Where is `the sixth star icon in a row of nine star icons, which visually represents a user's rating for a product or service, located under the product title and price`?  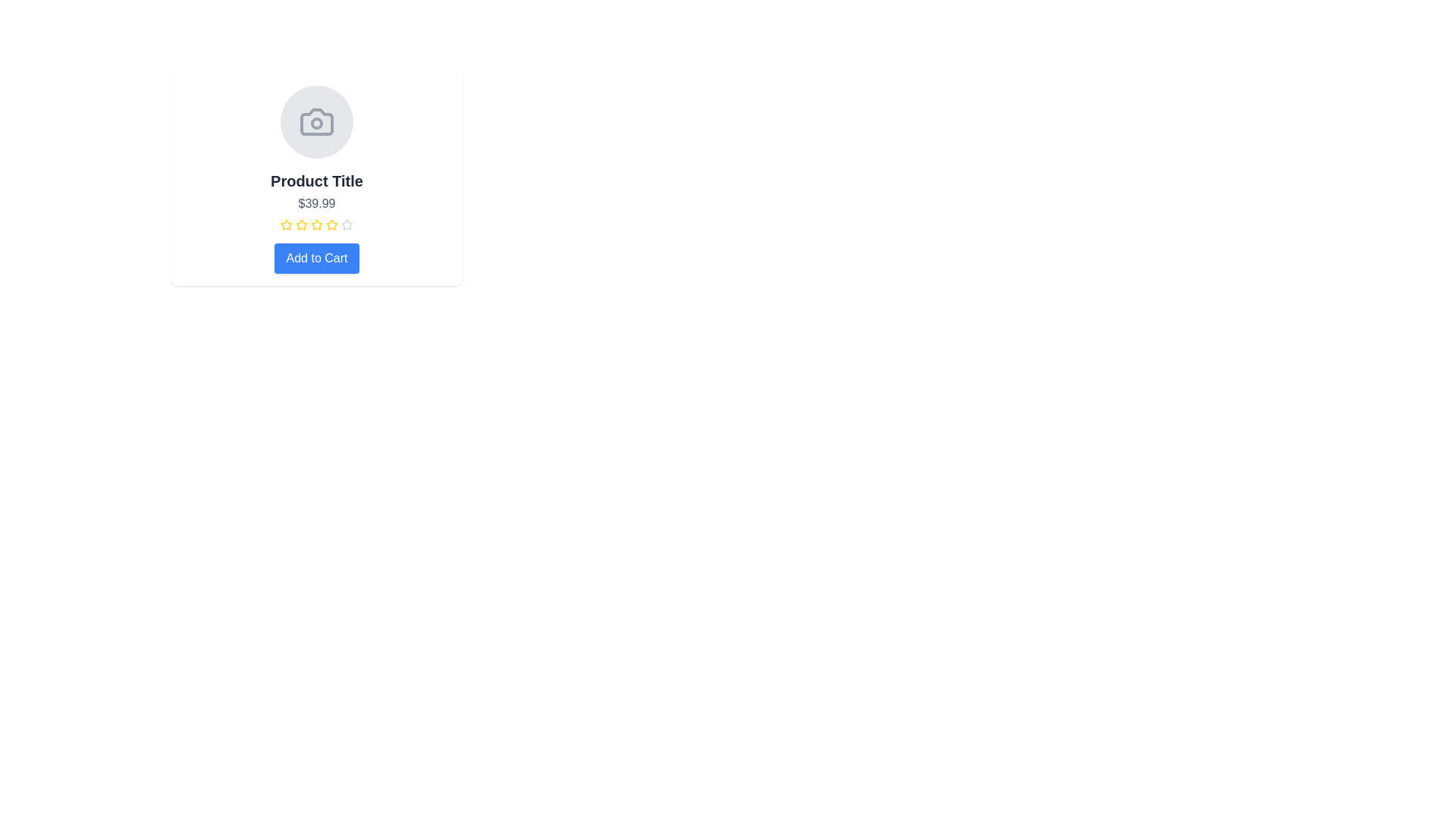
the sixth star icon in a row of nine star icons, which visually represents a user's rating for a product or service, located under the product title and price is located at coordinates (331, 225).